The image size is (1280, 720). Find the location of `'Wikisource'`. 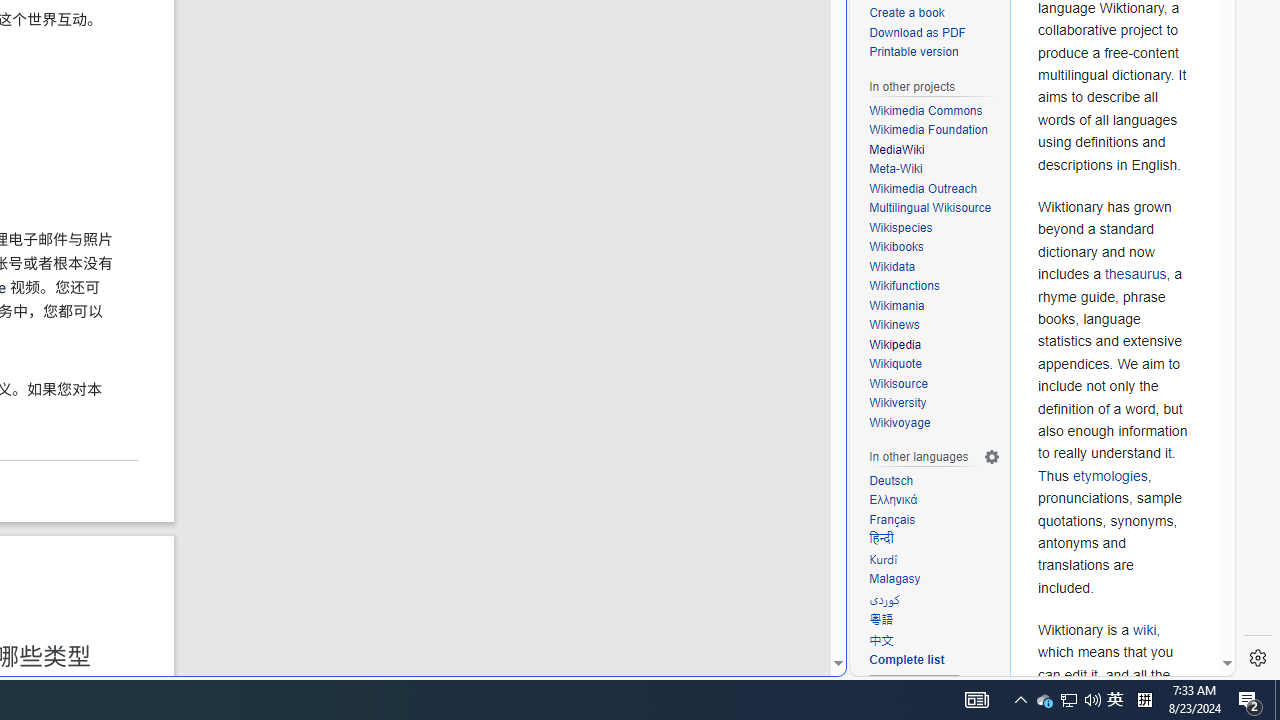

'Wikisource' is located at coordinates (897, 383).